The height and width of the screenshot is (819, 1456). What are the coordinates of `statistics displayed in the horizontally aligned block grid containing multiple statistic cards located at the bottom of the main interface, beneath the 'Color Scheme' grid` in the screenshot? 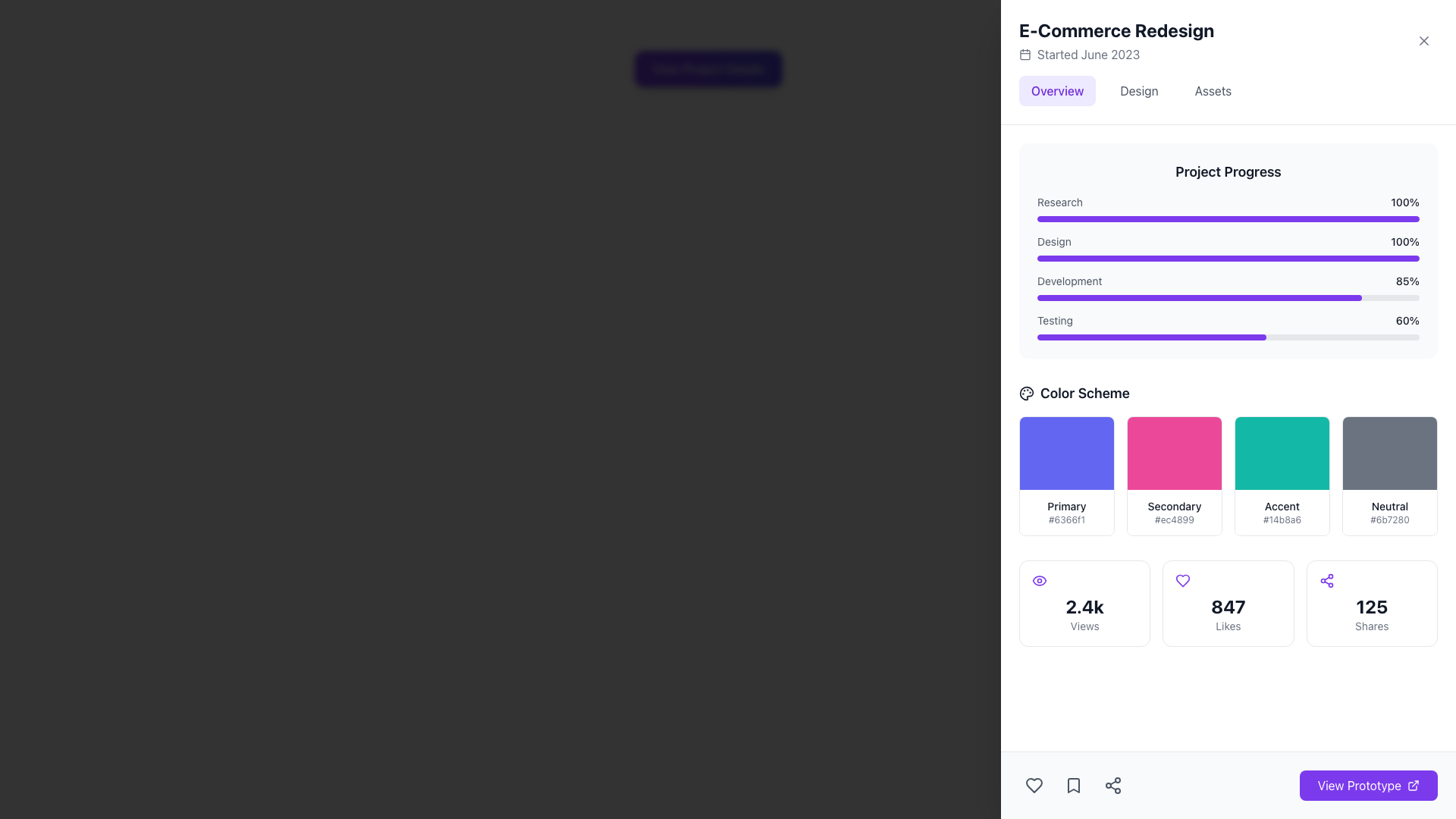 It's located at (1228, 602).